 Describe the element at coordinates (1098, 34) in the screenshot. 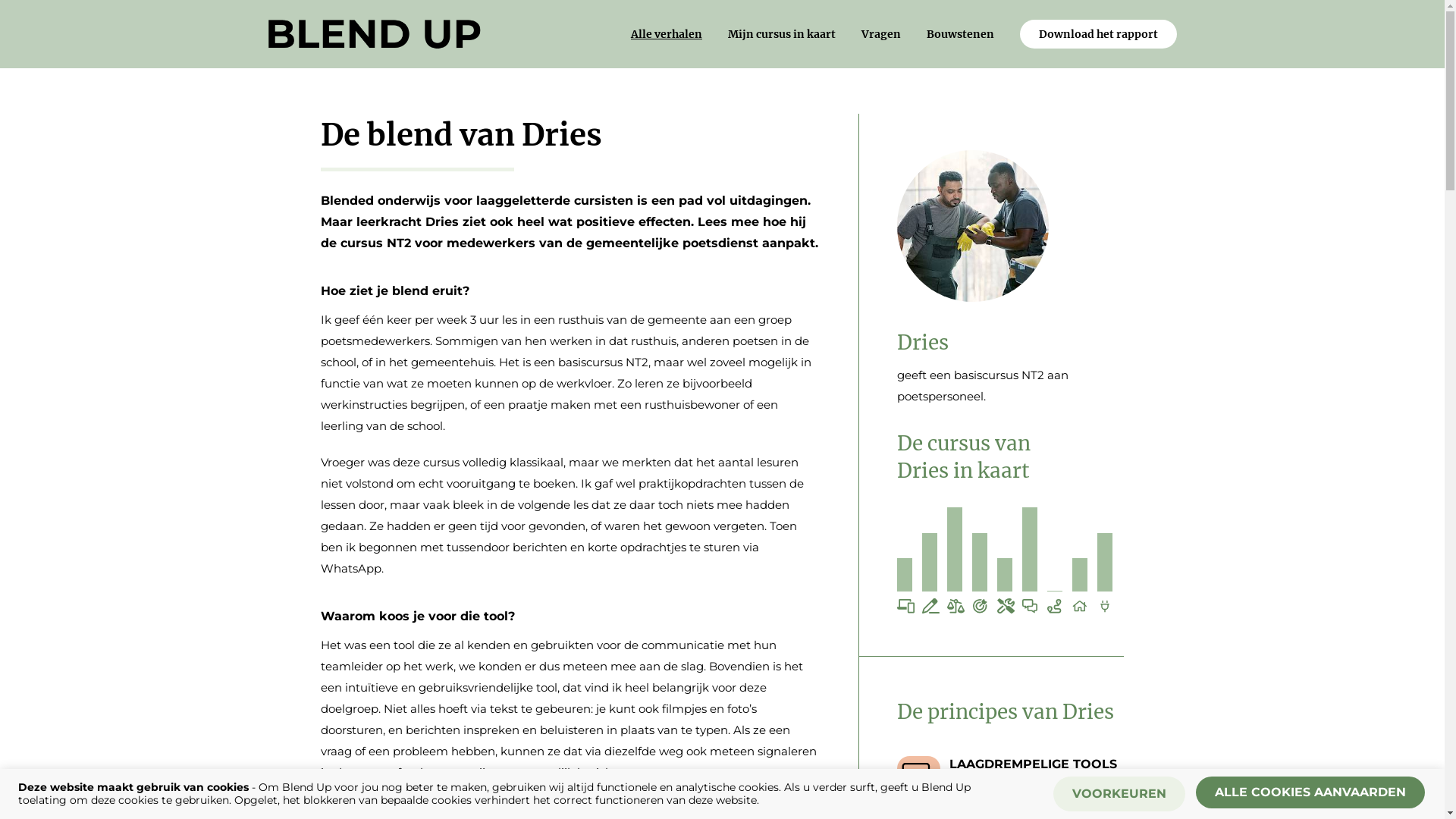

I see `'Download het rapport'` at that location.